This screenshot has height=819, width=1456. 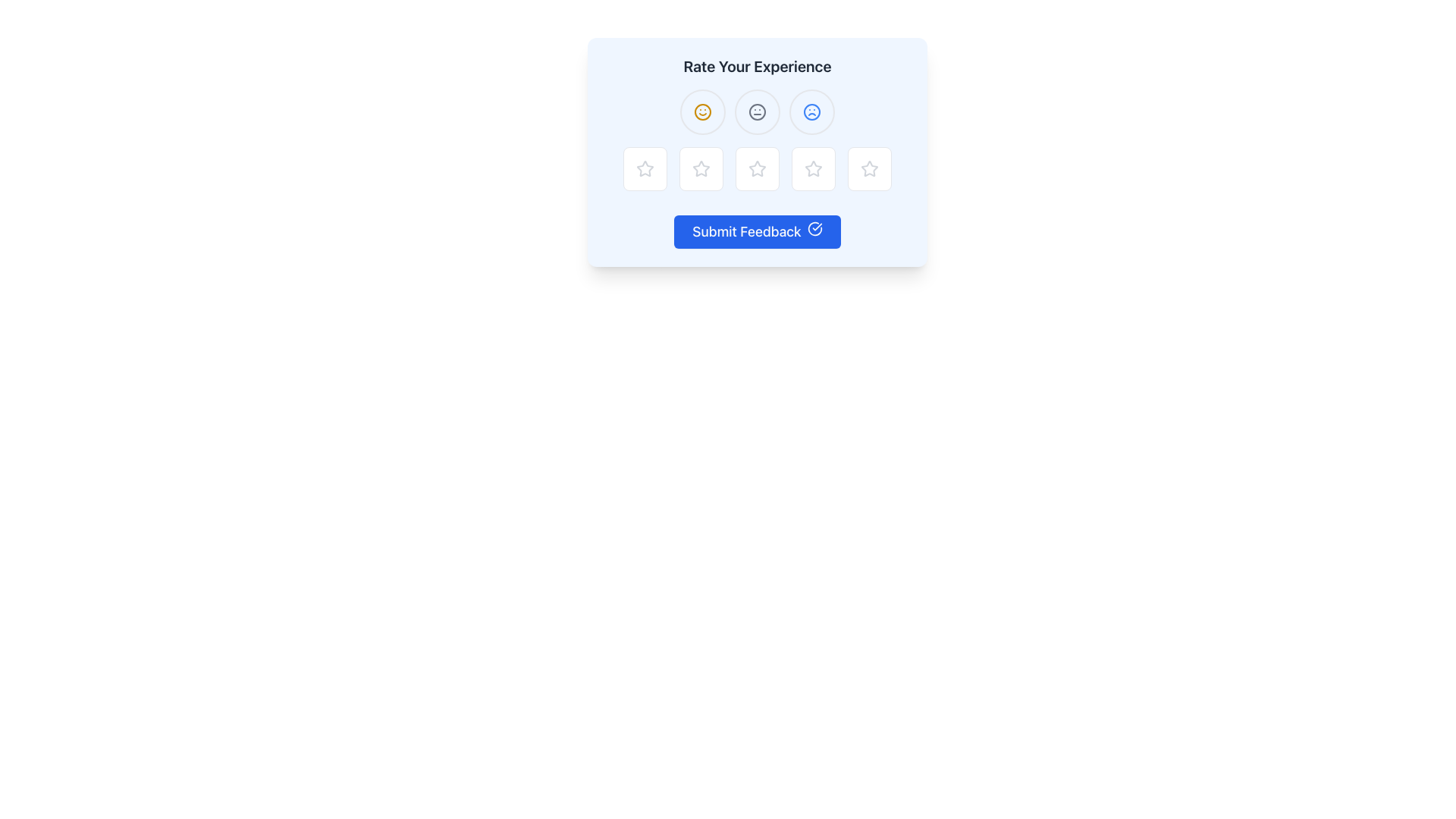 What do you see at coordinates (757, 111) in the screenshot?
I see `the middle button with a neutral face icon, which is part of a row of three emoji buttons located below the 'Rate Your Experience' text` at bounding box center [757, 111].